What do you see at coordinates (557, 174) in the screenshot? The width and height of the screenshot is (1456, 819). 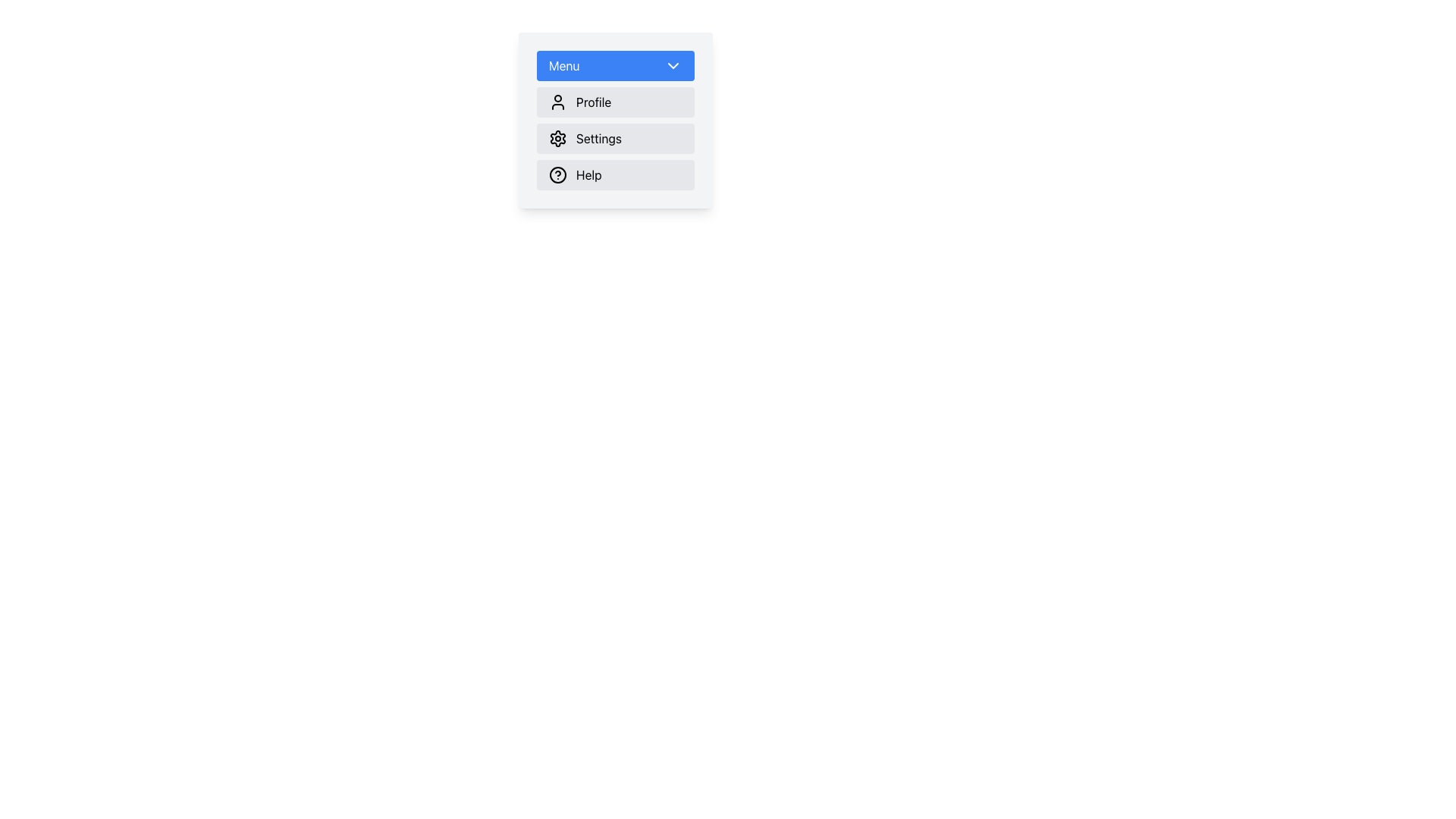 I see `the SVG Circle element that represents the decorative part of the help icon, which is the last item in the vertical stack of menu options` at bounding box center [557, 174].